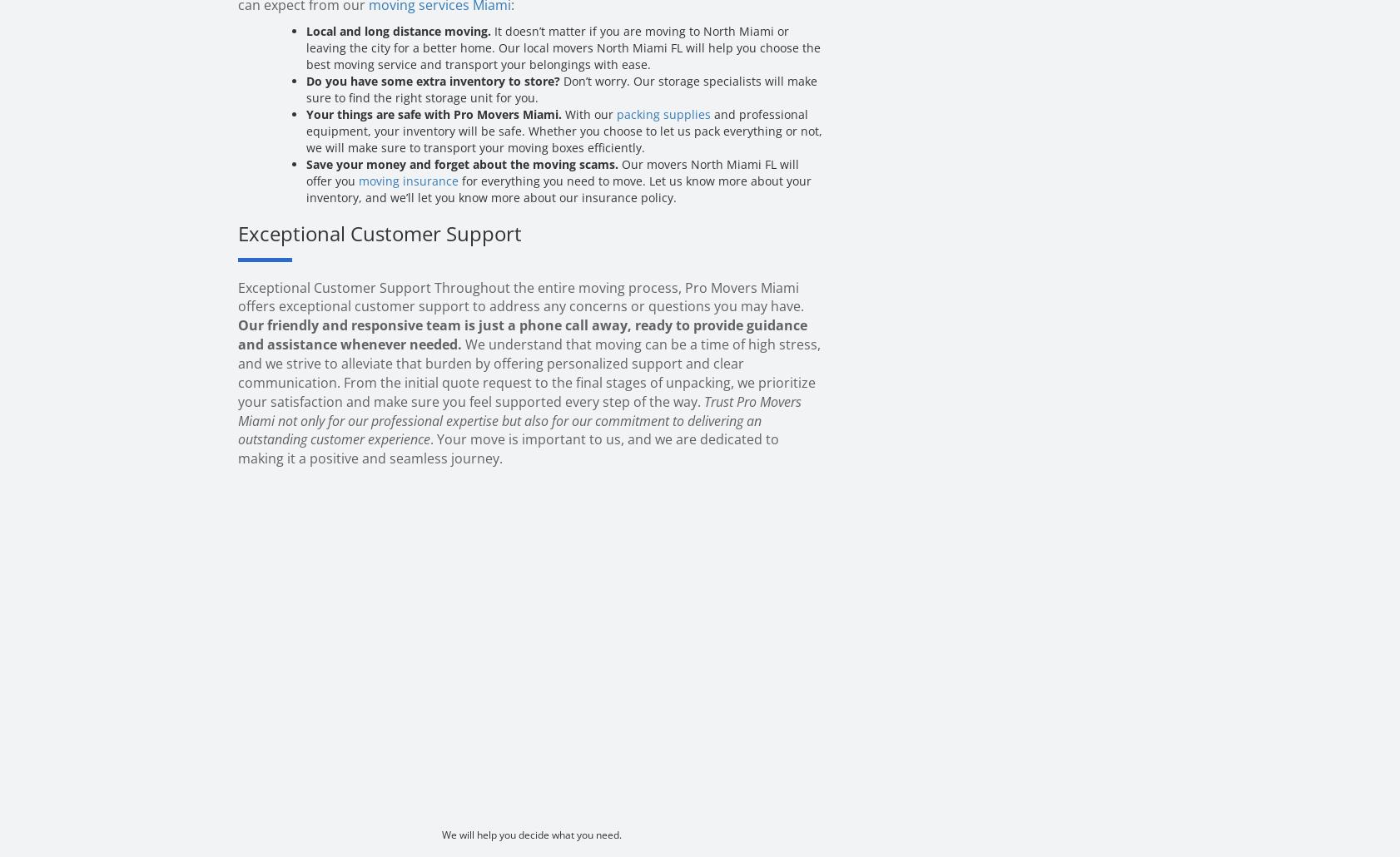 Image resolution: width=1400 pixels, height=857 pixels. Describe the element at coordinates (553, 172) in the screenshot. I see `'Our movers North Miami FL will offer you'` at that location.